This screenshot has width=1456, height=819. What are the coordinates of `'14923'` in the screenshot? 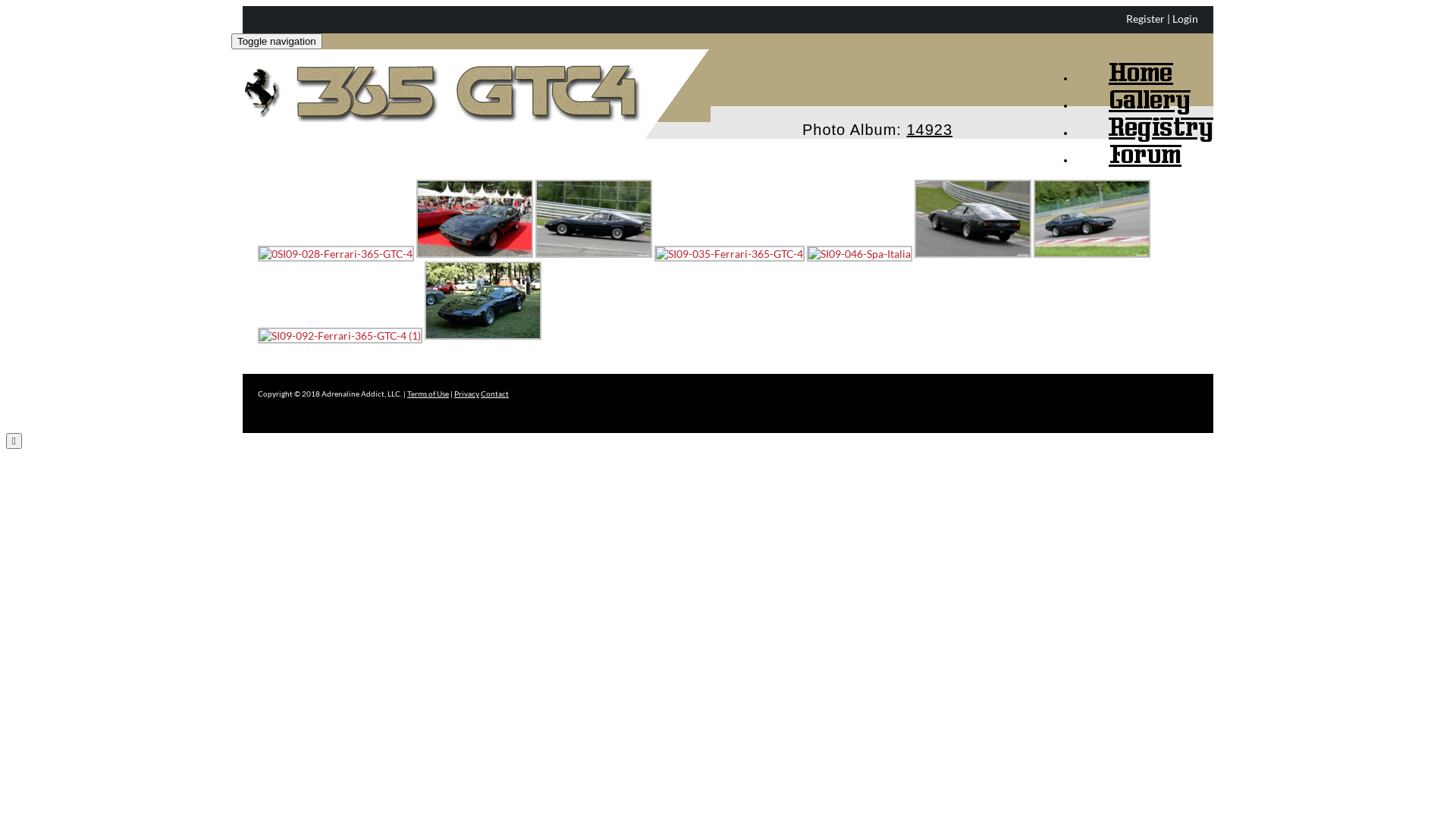 It's located at (928, 121).